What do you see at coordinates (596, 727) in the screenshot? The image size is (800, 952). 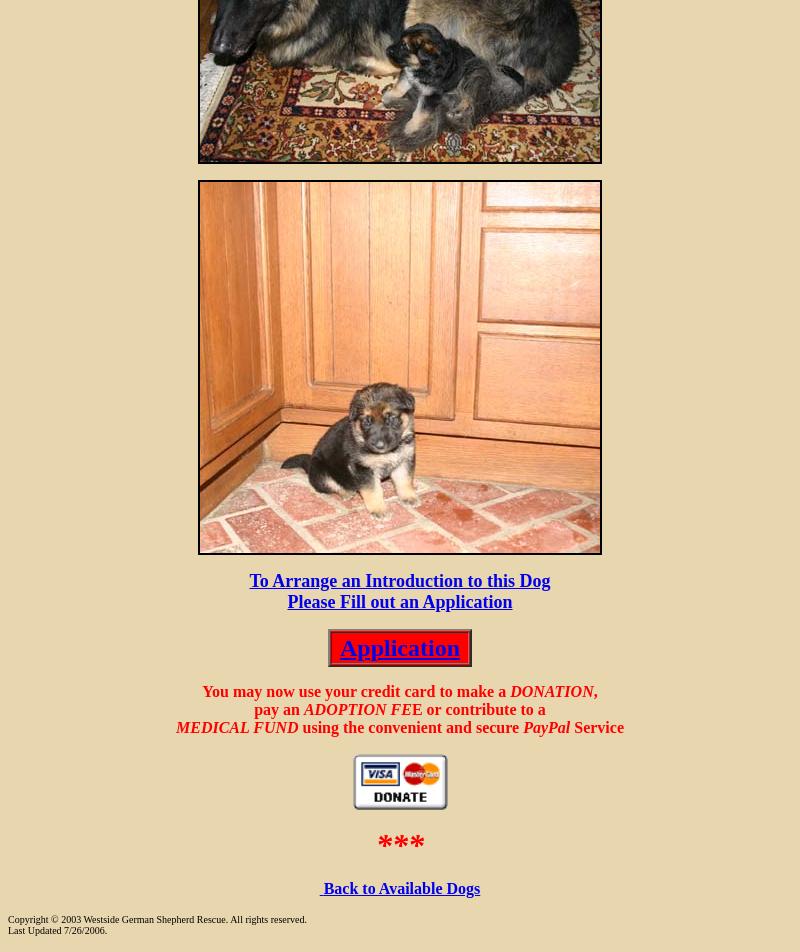 I see `'Service'` at bounding box center [596, 727].